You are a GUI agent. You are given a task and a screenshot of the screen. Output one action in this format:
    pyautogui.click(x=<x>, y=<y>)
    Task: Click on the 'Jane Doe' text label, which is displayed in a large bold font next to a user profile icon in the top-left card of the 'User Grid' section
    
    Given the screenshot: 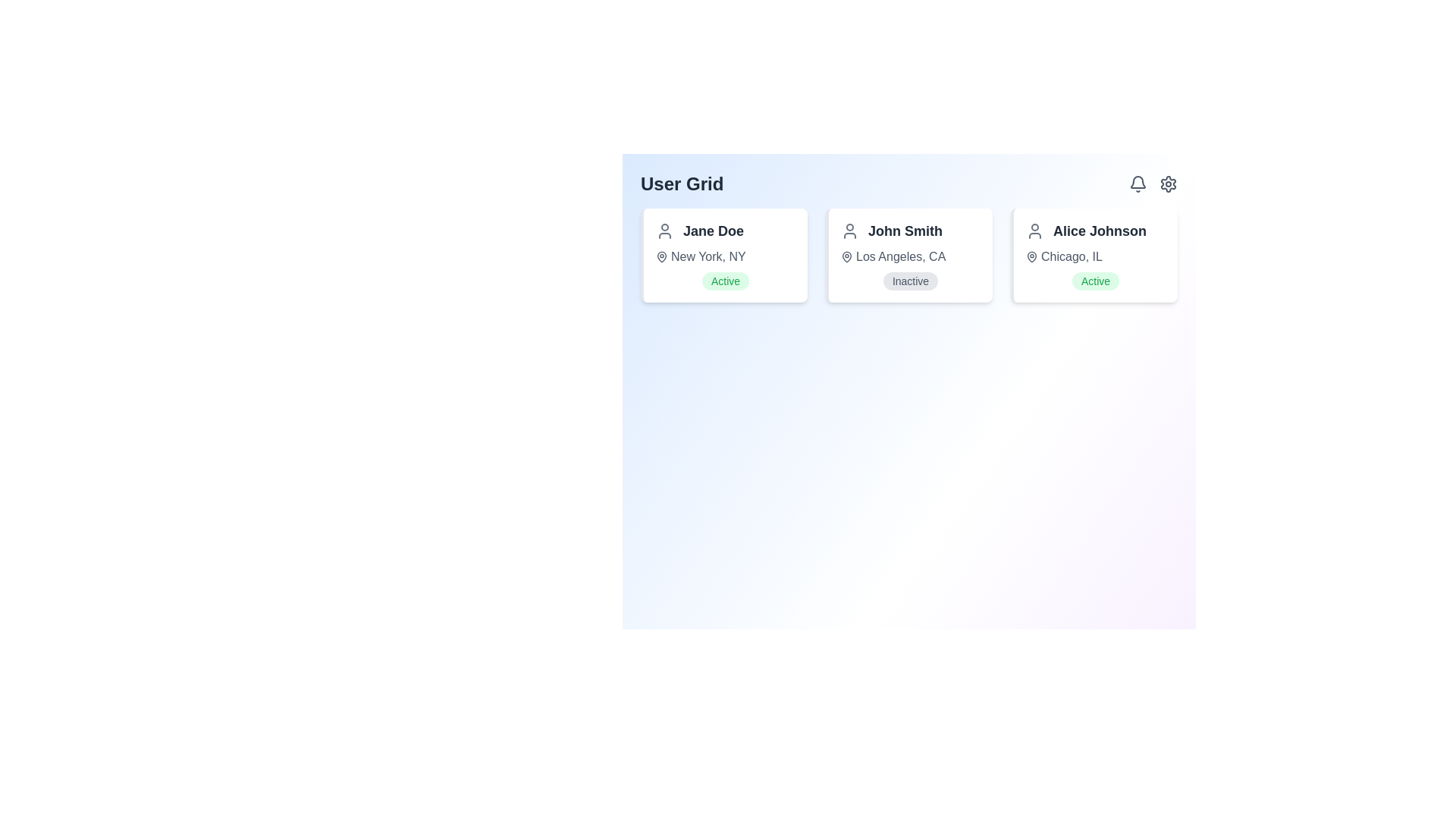 What is the action you would take?
    pyautogui.click(x=724, y=231)
    